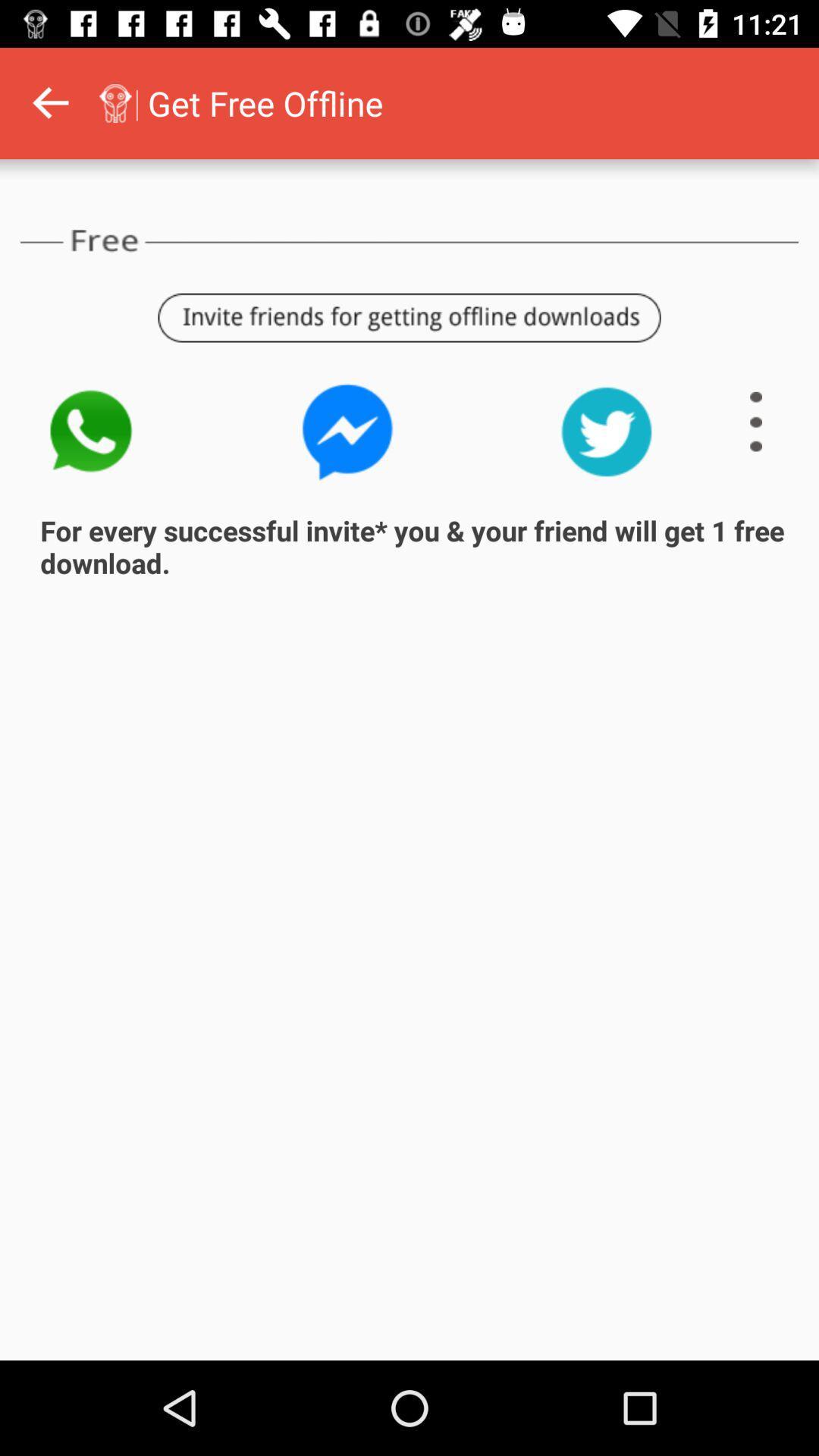 The image size is (819, 1456). What do you see at coordinates (89, 431) in the screenshot?
I see `the call icon` at bounding box center [89, 431].